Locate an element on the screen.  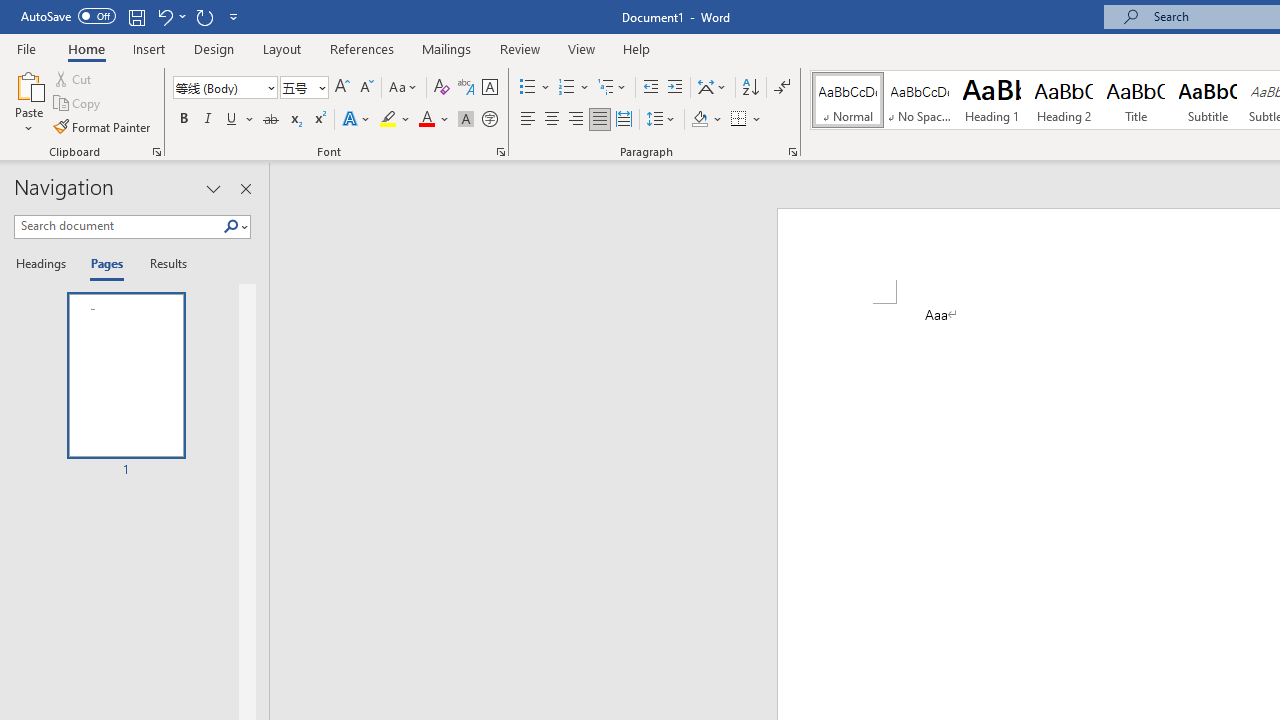
'Text Highlight Color' is located at coordinates (395, 119).